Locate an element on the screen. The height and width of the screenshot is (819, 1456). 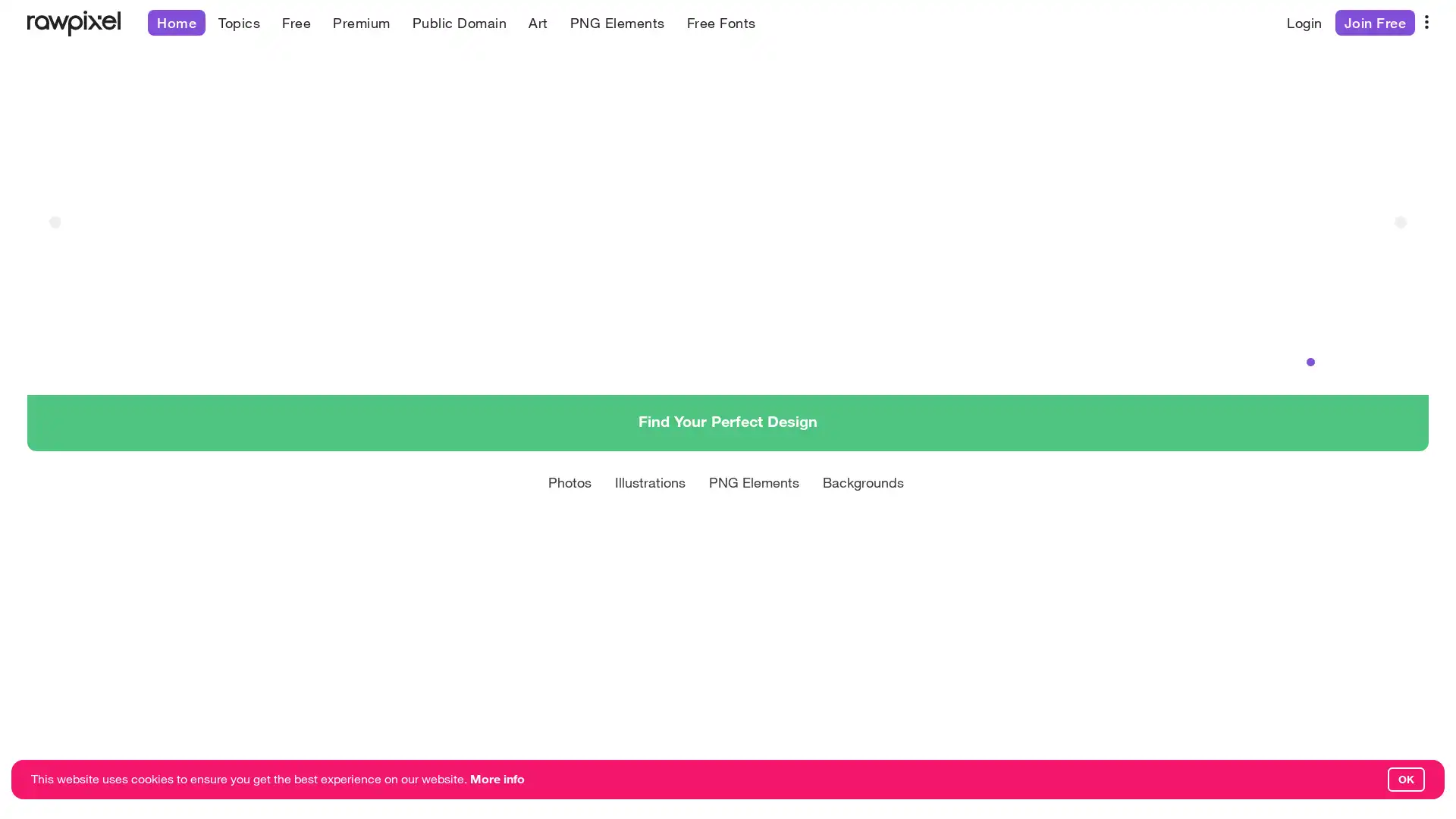
OK is located at coordinates (1405, 780).